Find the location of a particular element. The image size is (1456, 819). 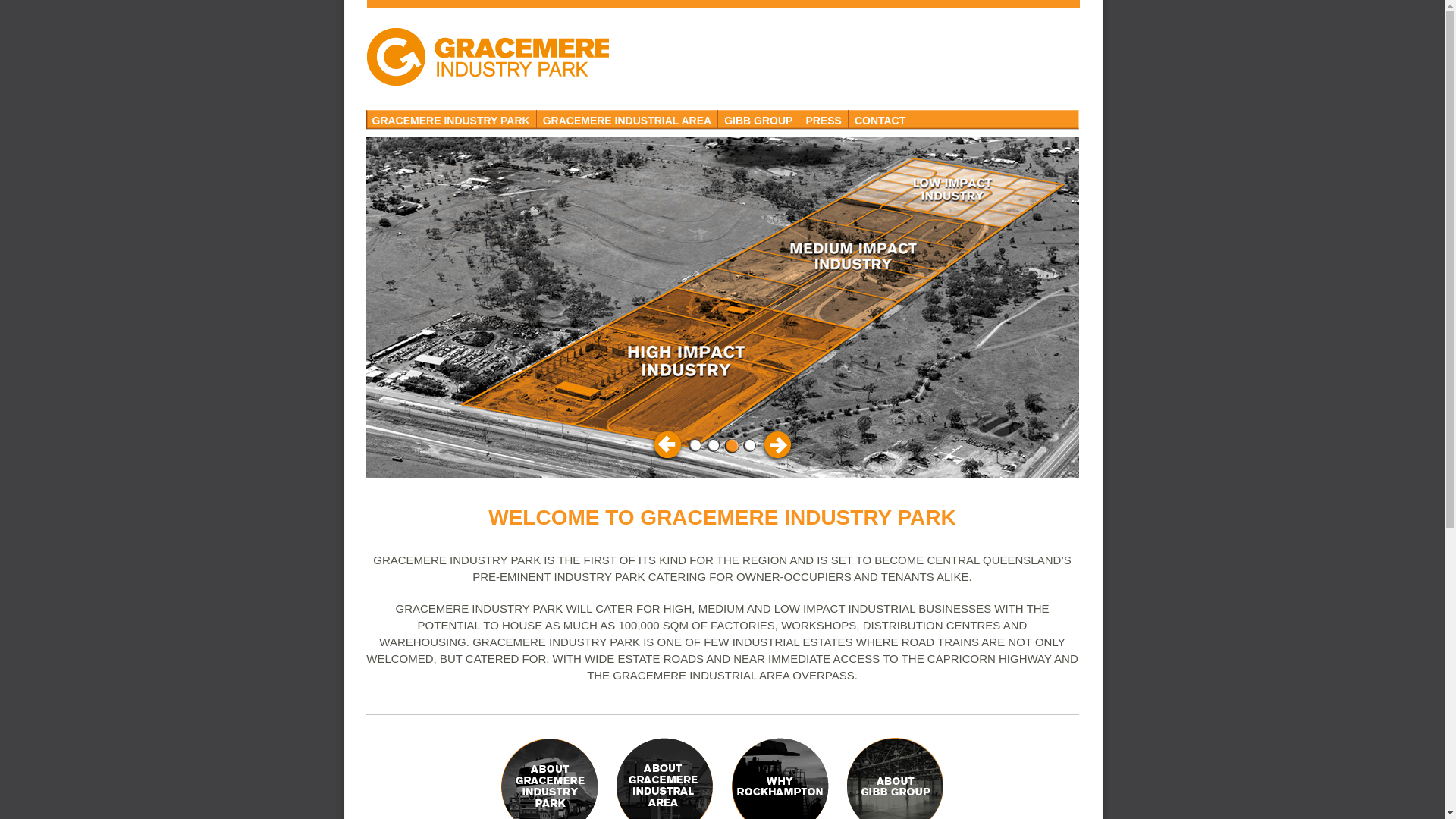

'2' is located at coordinates (712, 444).